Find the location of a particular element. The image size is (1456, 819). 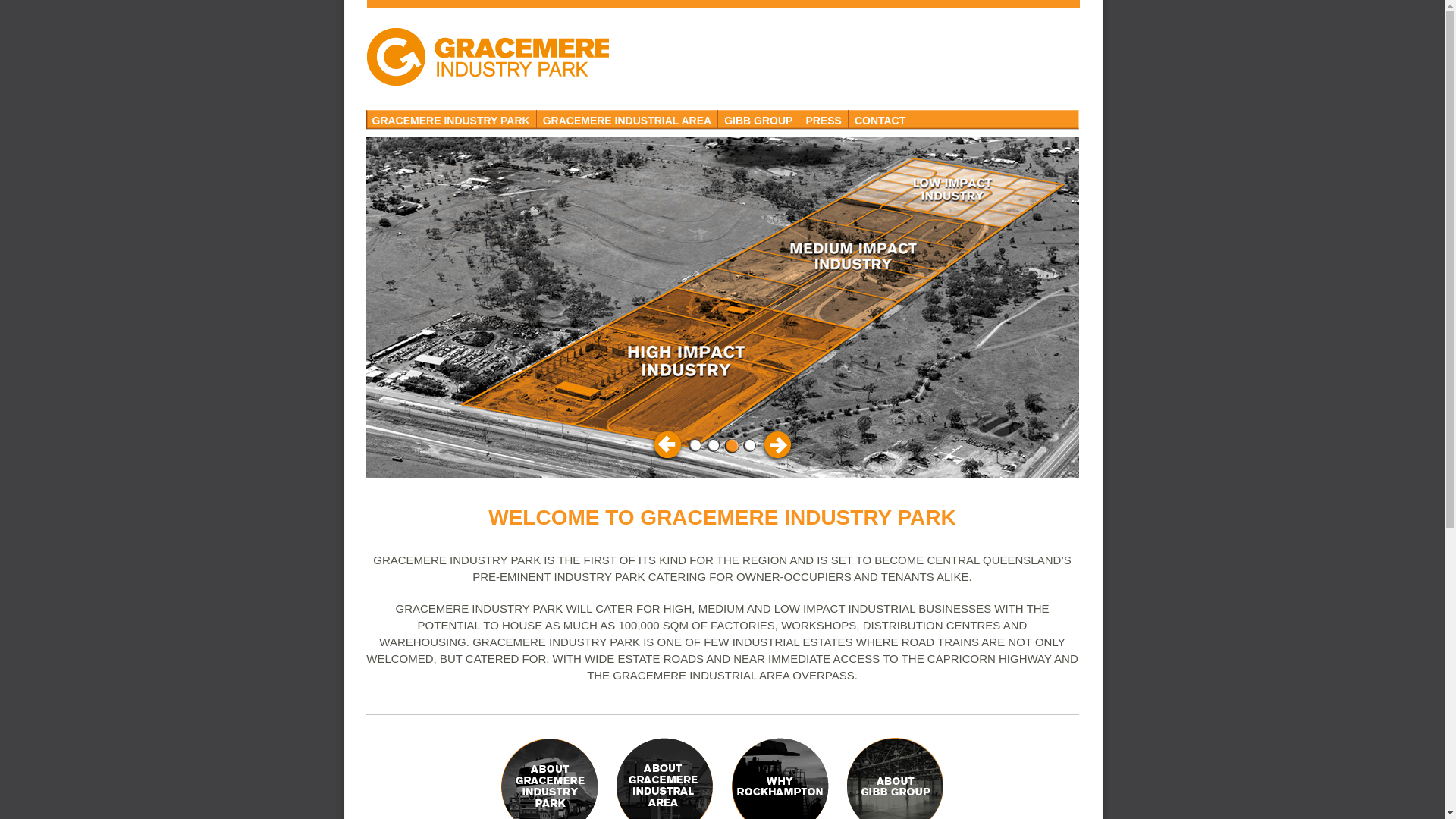

'2' is located at coordinates (712, 444).